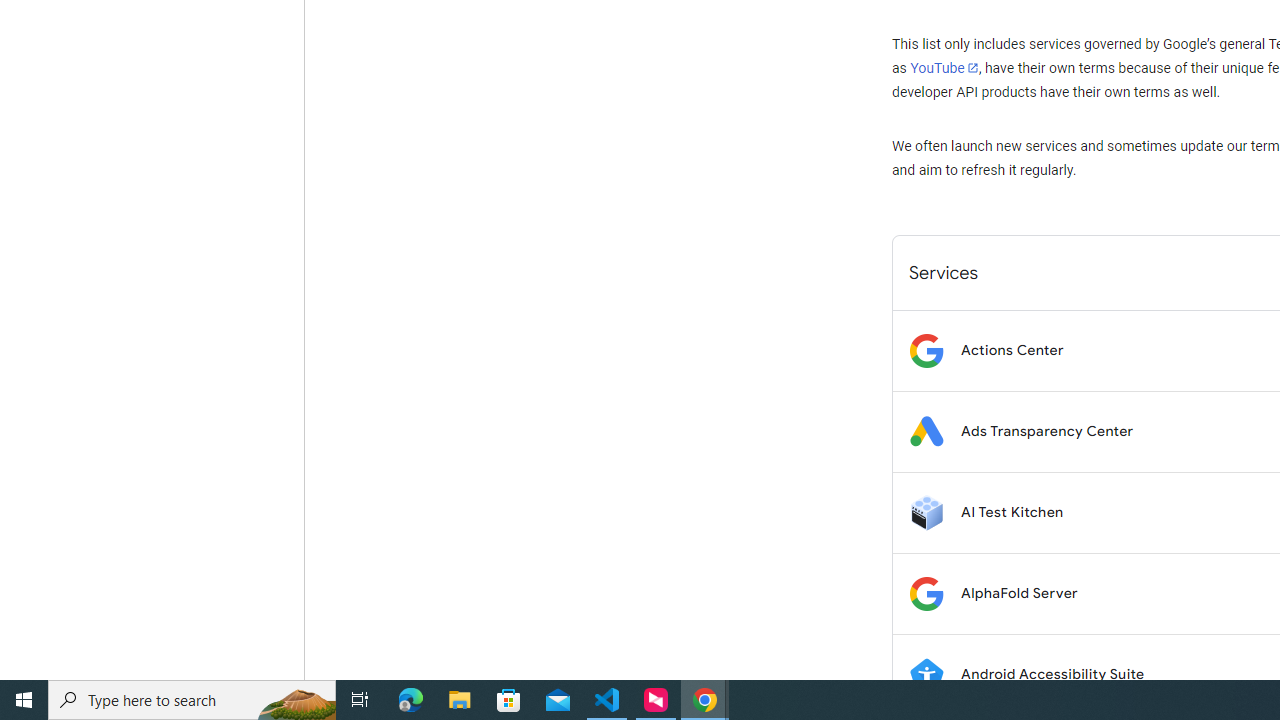 This screenshot has width=1280, height=720. What do you see at coordinates (925, 511) in the screenshot?
I see `'Logo for AI Test Kitchen'` at bounding box center [925, 511].